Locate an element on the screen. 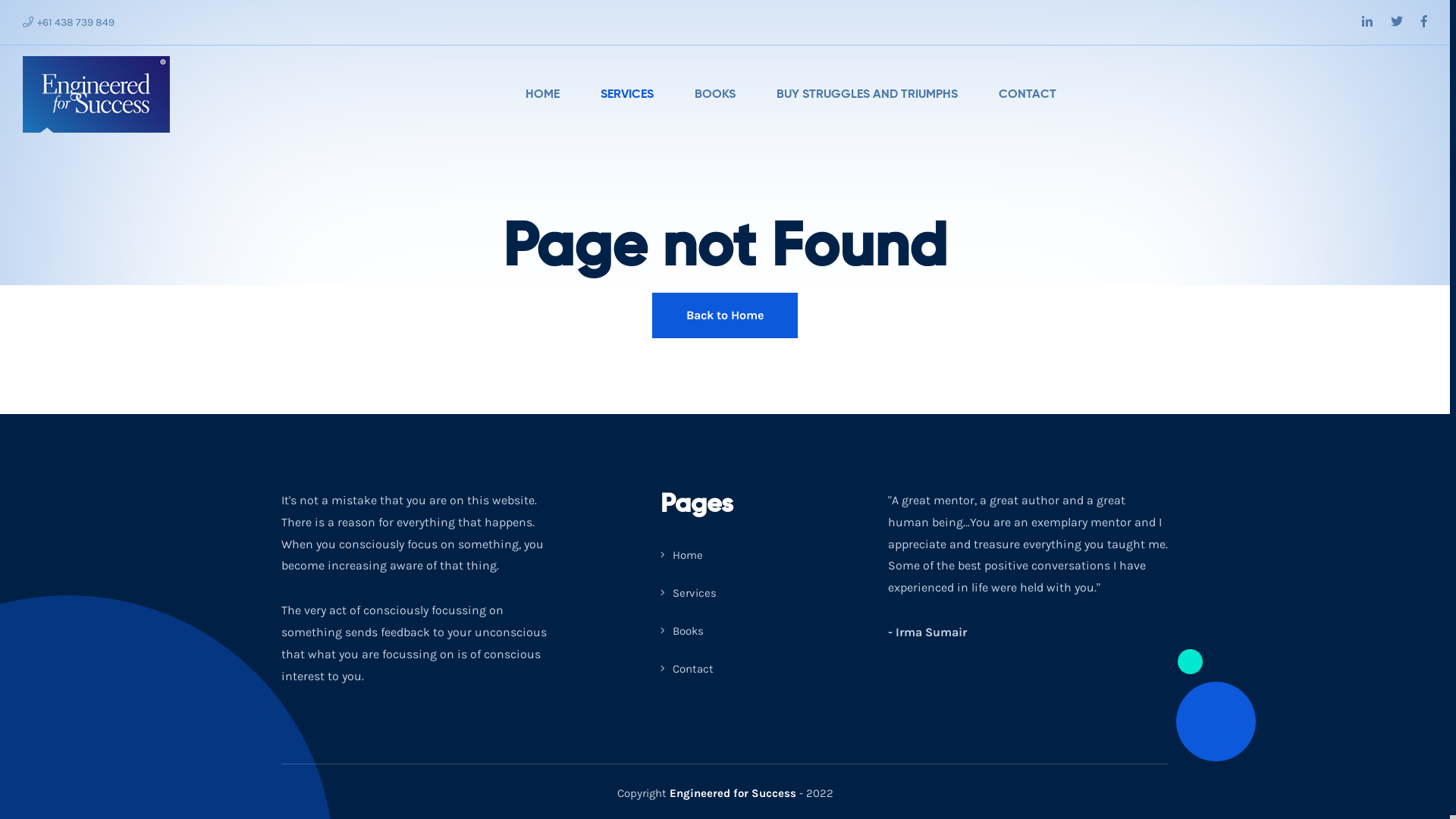 The image size is (1456, 819). '+61 438 739 849' is located at coordinates (67, 22).